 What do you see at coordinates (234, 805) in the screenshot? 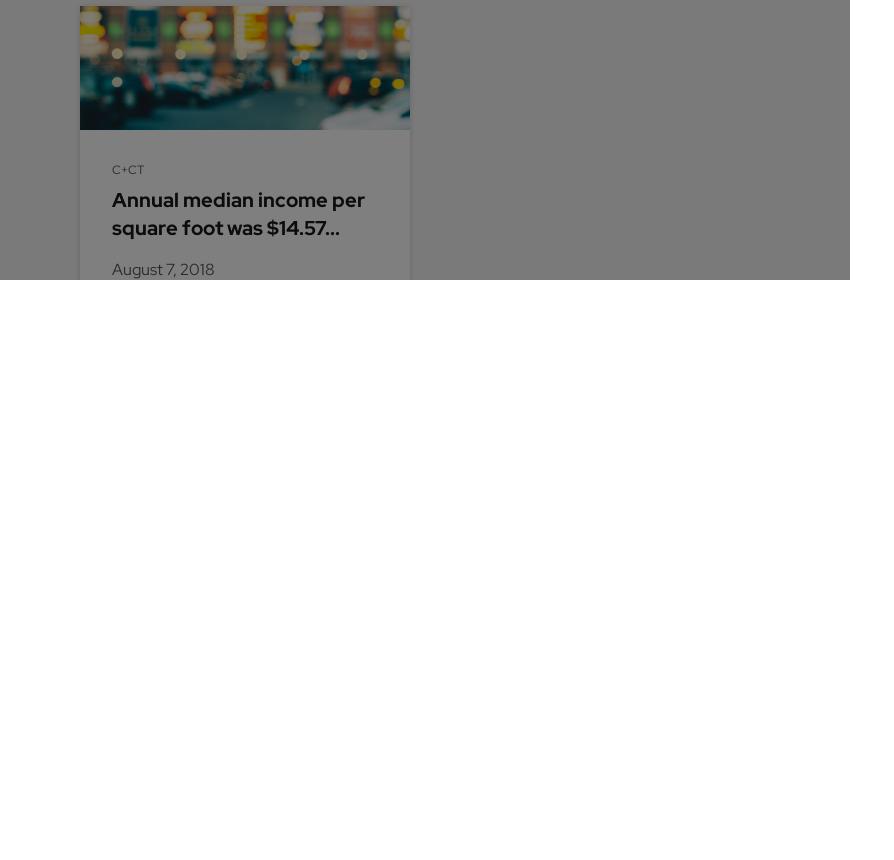
I see `'© Copyright 2023 International Council of Shopping Centers. All rights Reserved.'` at bounding box center [234, 805].